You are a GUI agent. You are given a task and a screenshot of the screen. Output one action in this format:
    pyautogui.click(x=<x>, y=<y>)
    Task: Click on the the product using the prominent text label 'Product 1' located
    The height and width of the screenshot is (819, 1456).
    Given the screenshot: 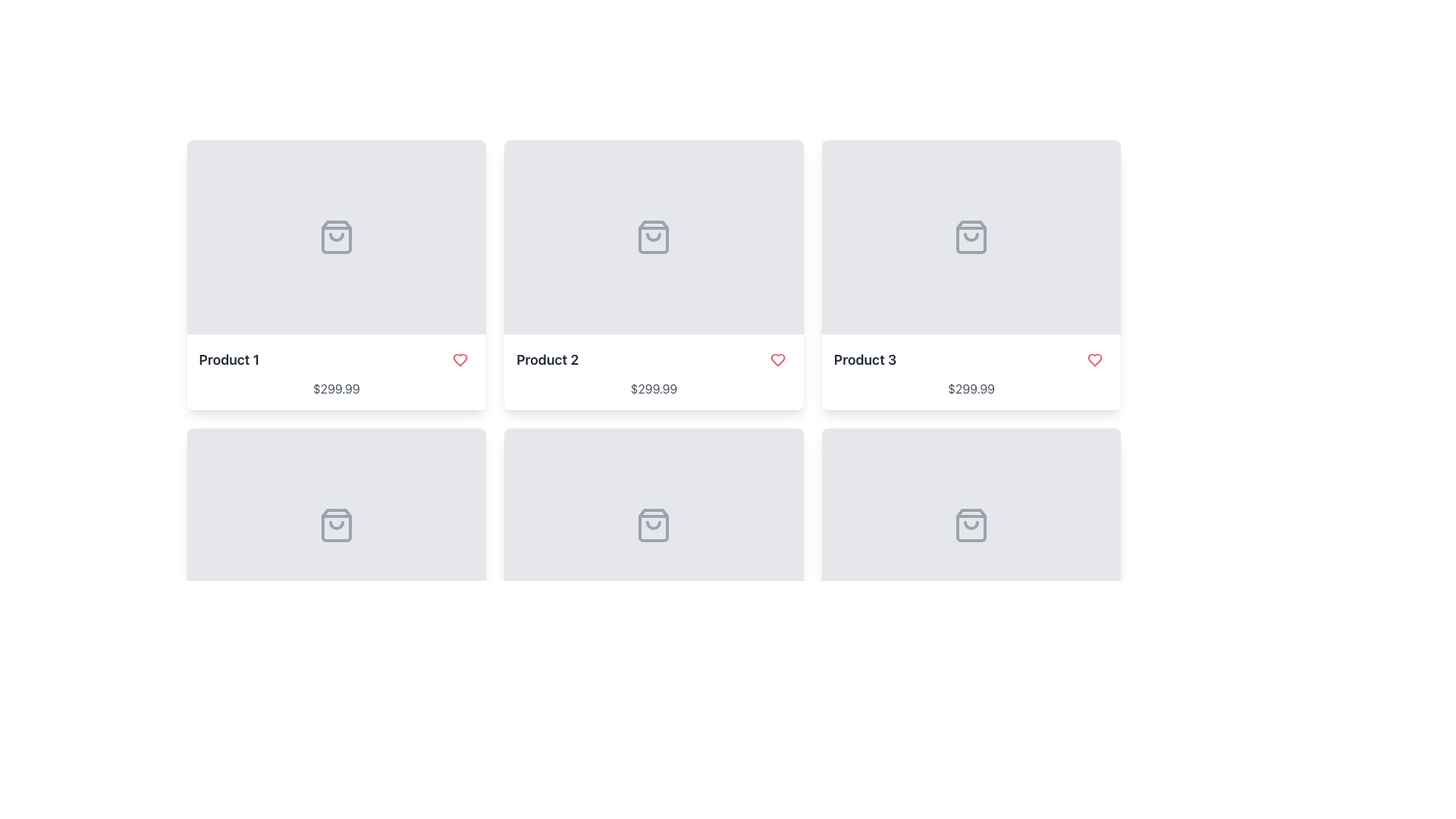 What is the action you would take?
    pyautogui.click(x=228, y=359)
    